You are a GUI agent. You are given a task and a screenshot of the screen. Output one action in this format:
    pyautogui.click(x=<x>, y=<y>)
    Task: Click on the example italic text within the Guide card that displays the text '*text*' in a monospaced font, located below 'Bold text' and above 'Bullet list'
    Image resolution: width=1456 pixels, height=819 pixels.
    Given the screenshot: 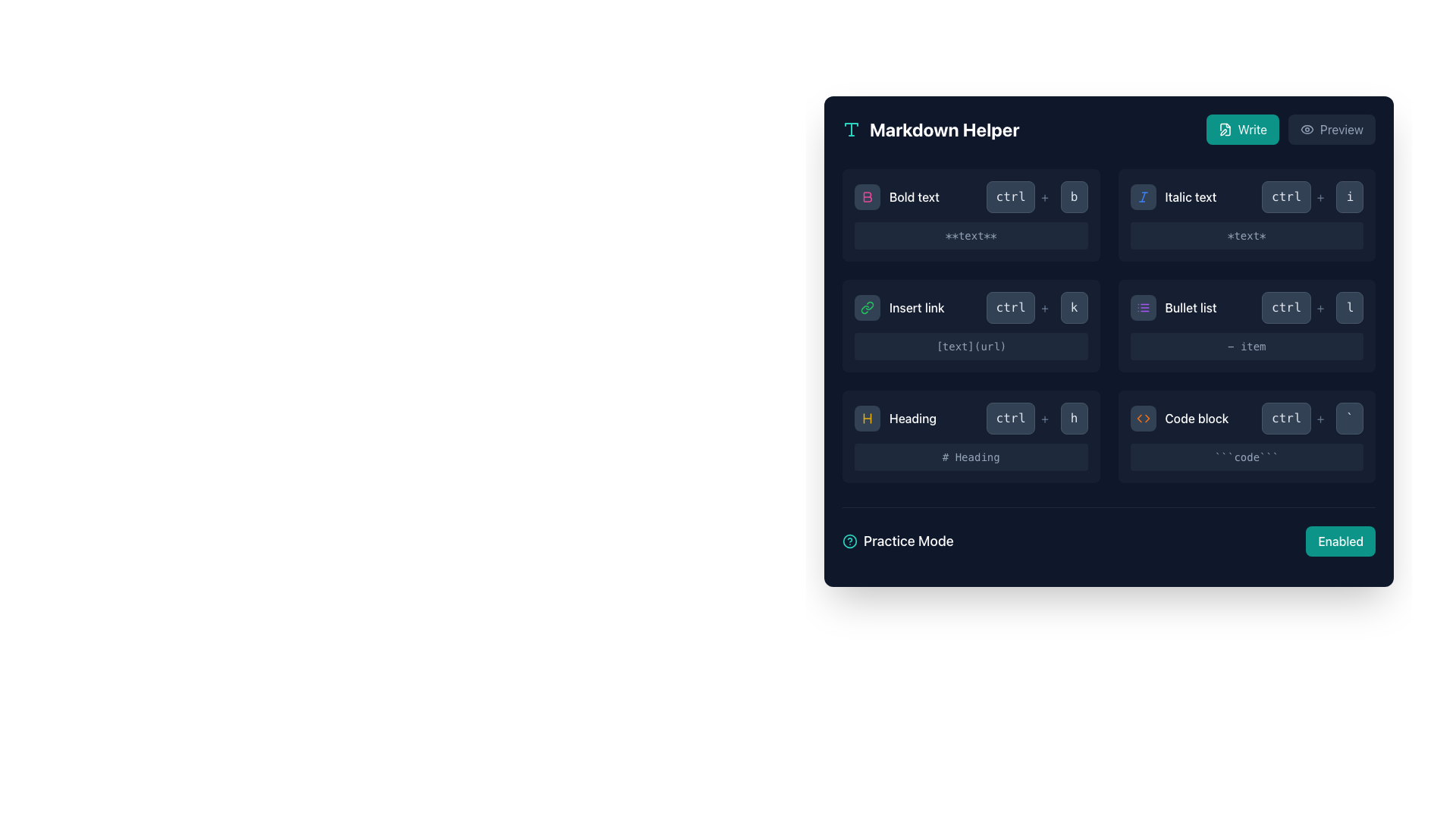 What is the action you would take?
    pyautogui.click(x=1247, y=215)
    